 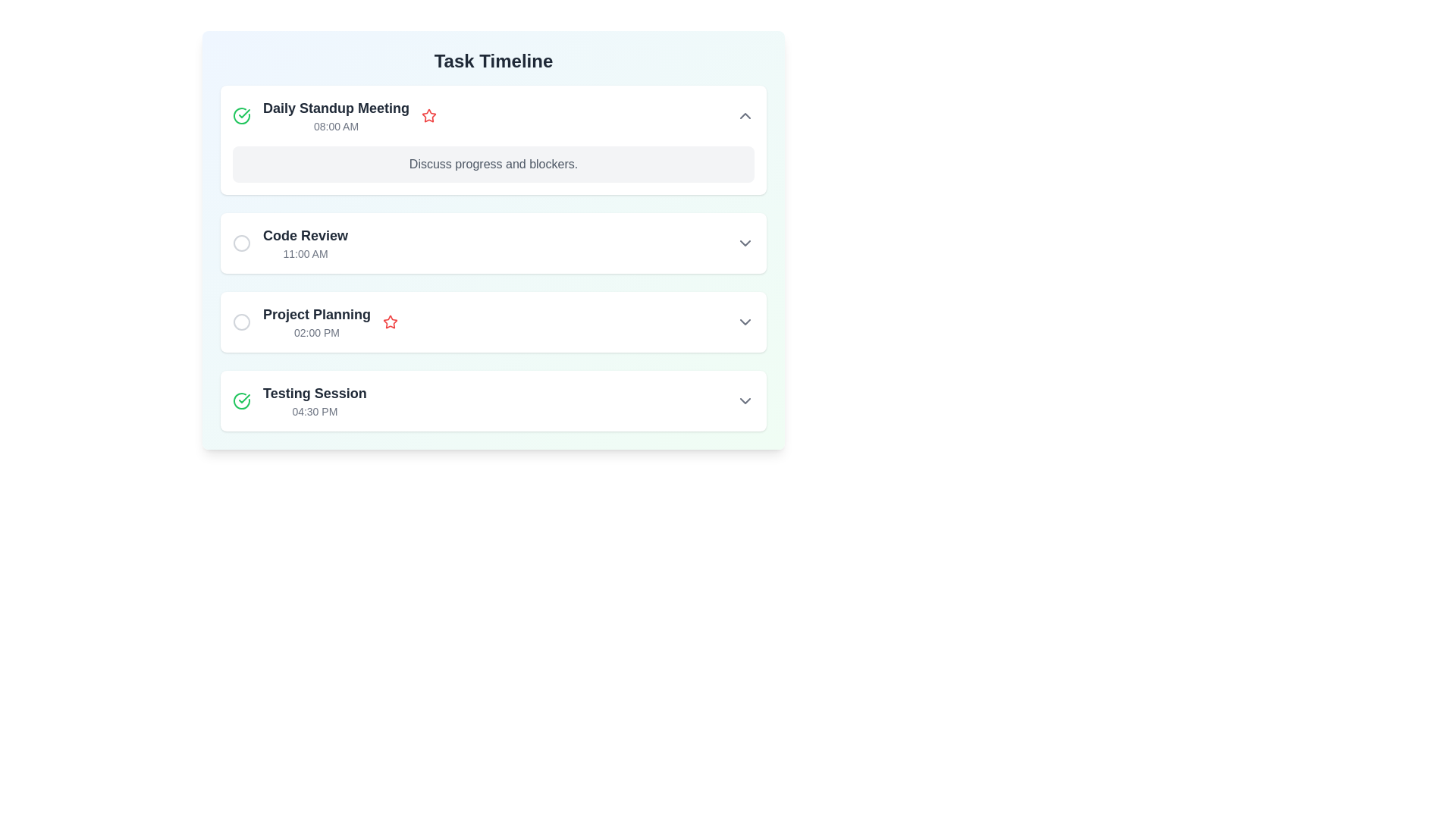 What do you see at coordinates (240, 400) in the screenshot?
I see `the status indication of the circular icon with a green outline and checkmark, located to the left of the text 'Testing Session 04:30 PM'` at bounding box center [240, 400].